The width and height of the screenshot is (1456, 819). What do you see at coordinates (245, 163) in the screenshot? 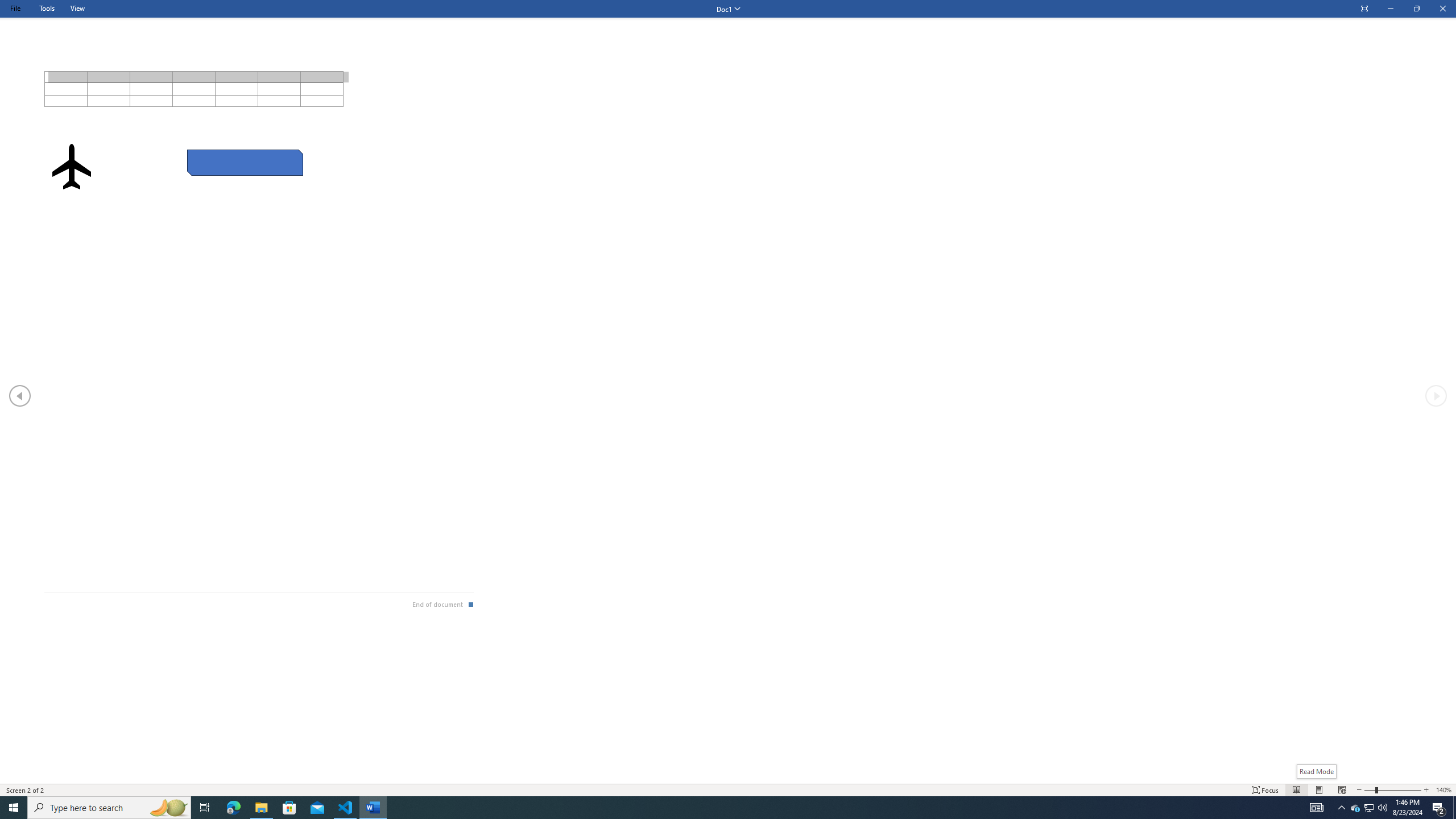
I see `'Rectangle: Diagonal Corners Snipped 2'` at bounding box center [245, 163].